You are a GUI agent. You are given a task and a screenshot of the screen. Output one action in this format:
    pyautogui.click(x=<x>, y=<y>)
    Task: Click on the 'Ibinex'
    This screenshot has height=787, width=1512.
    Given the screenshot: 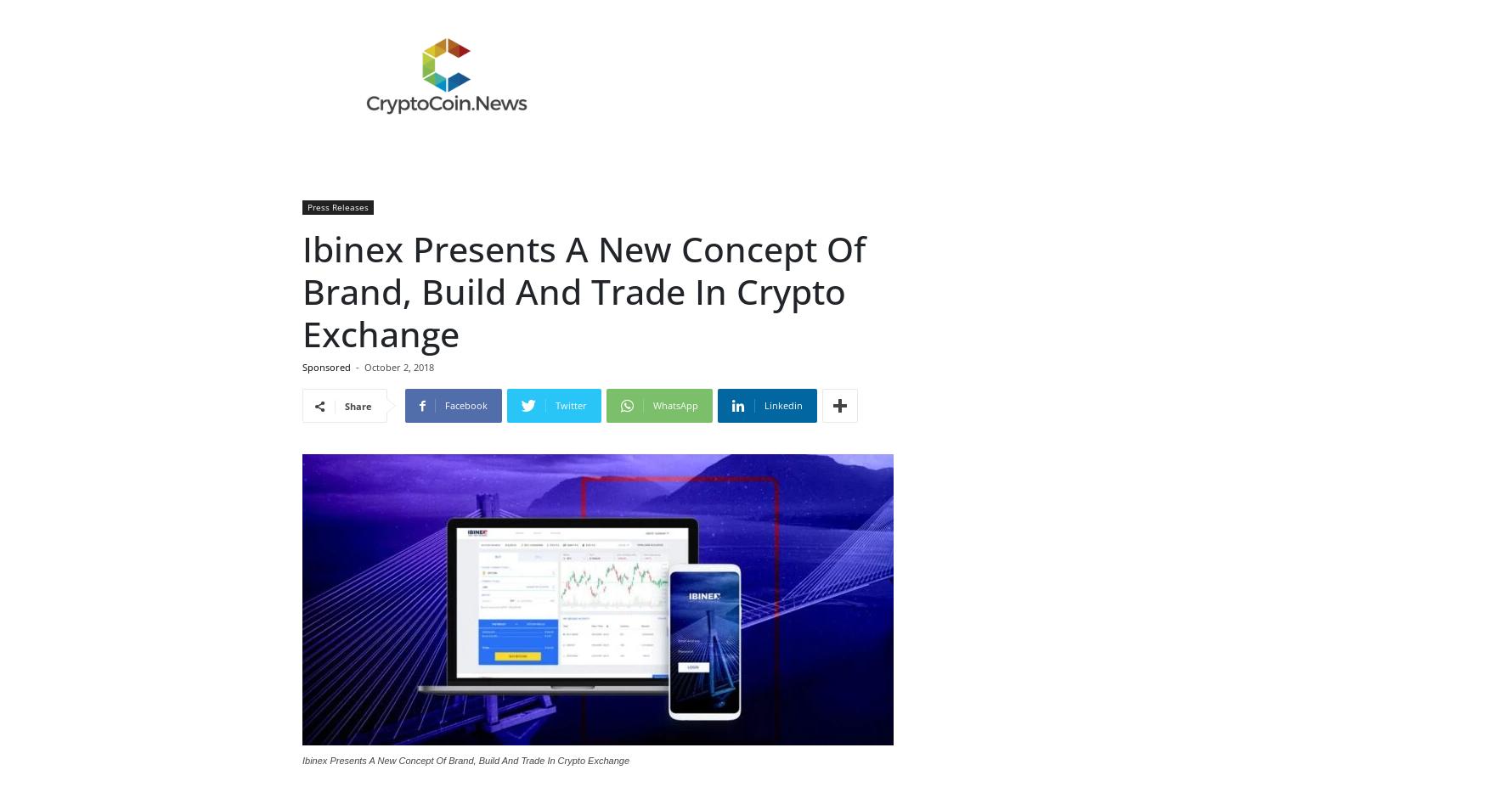 What is the action you would take?
    pyautogui.click(x=508, y=40)
    